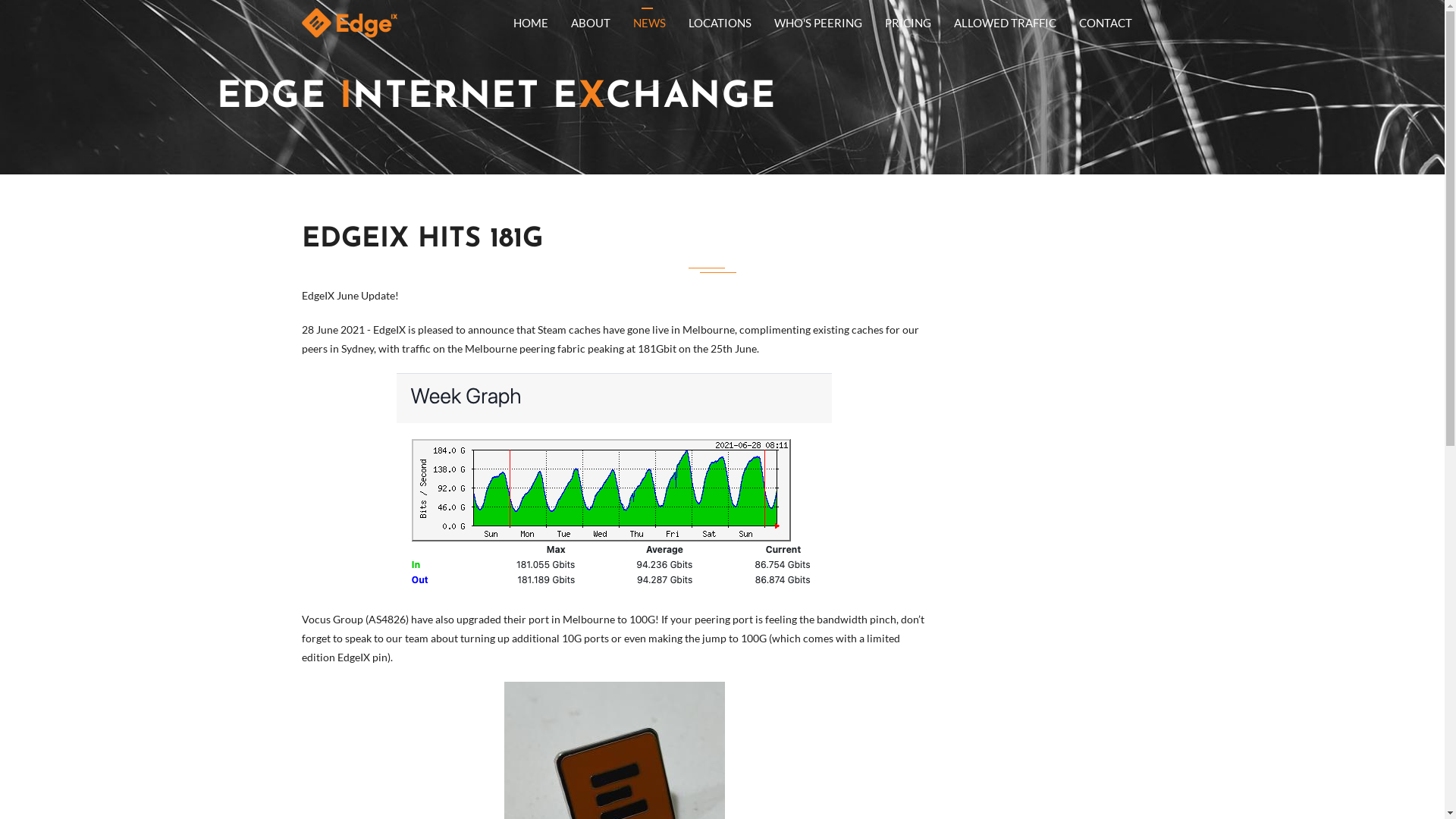 The image size is (1456, 819). What do you see at coordinates (559, 23) in the screenshot?
I see `'ABOUT'` at bounding box center [559, 23].